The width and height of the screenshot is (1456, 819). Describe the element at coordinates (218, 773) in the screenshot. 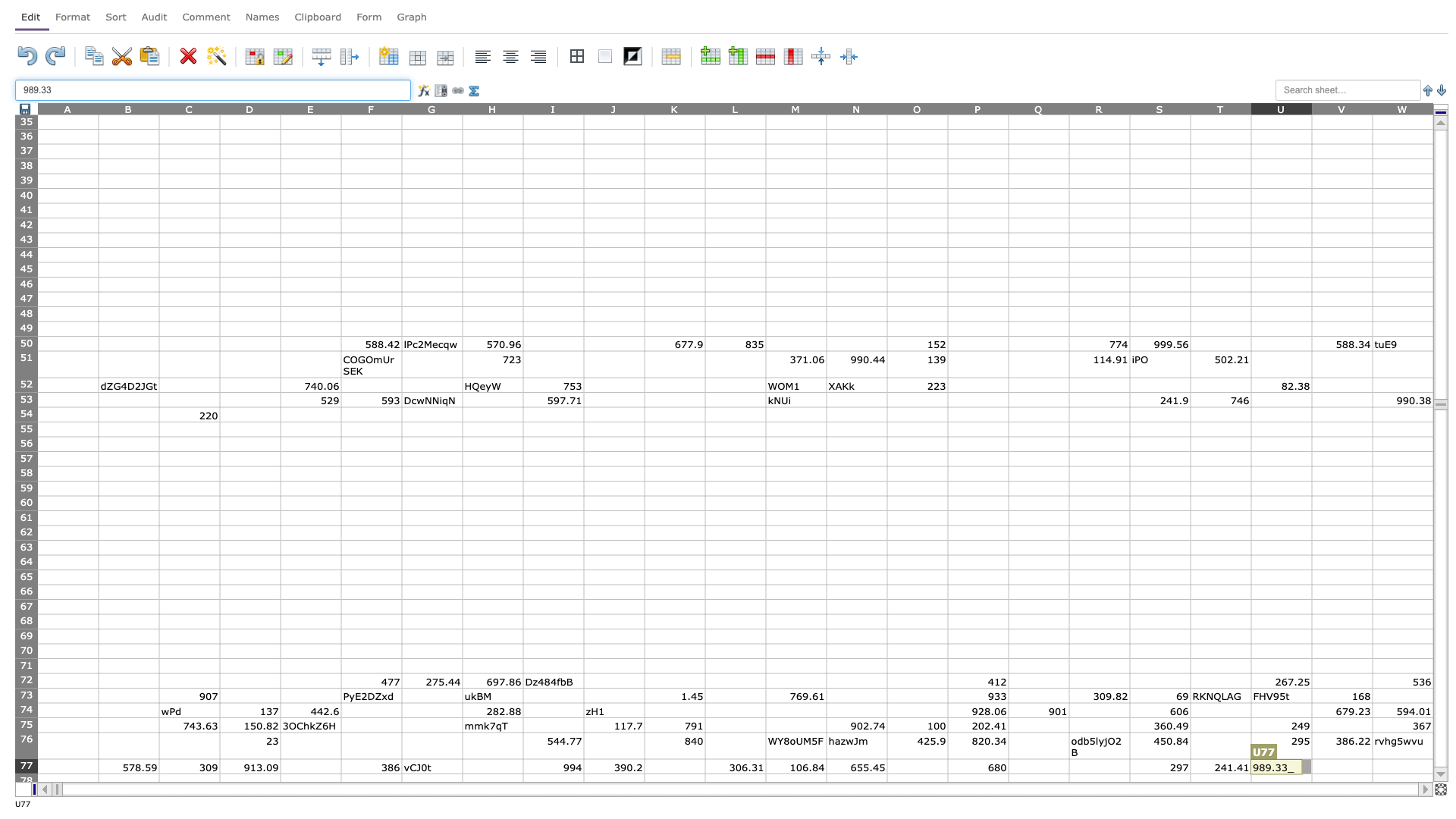

I see `Top left of cell D78` at that location.